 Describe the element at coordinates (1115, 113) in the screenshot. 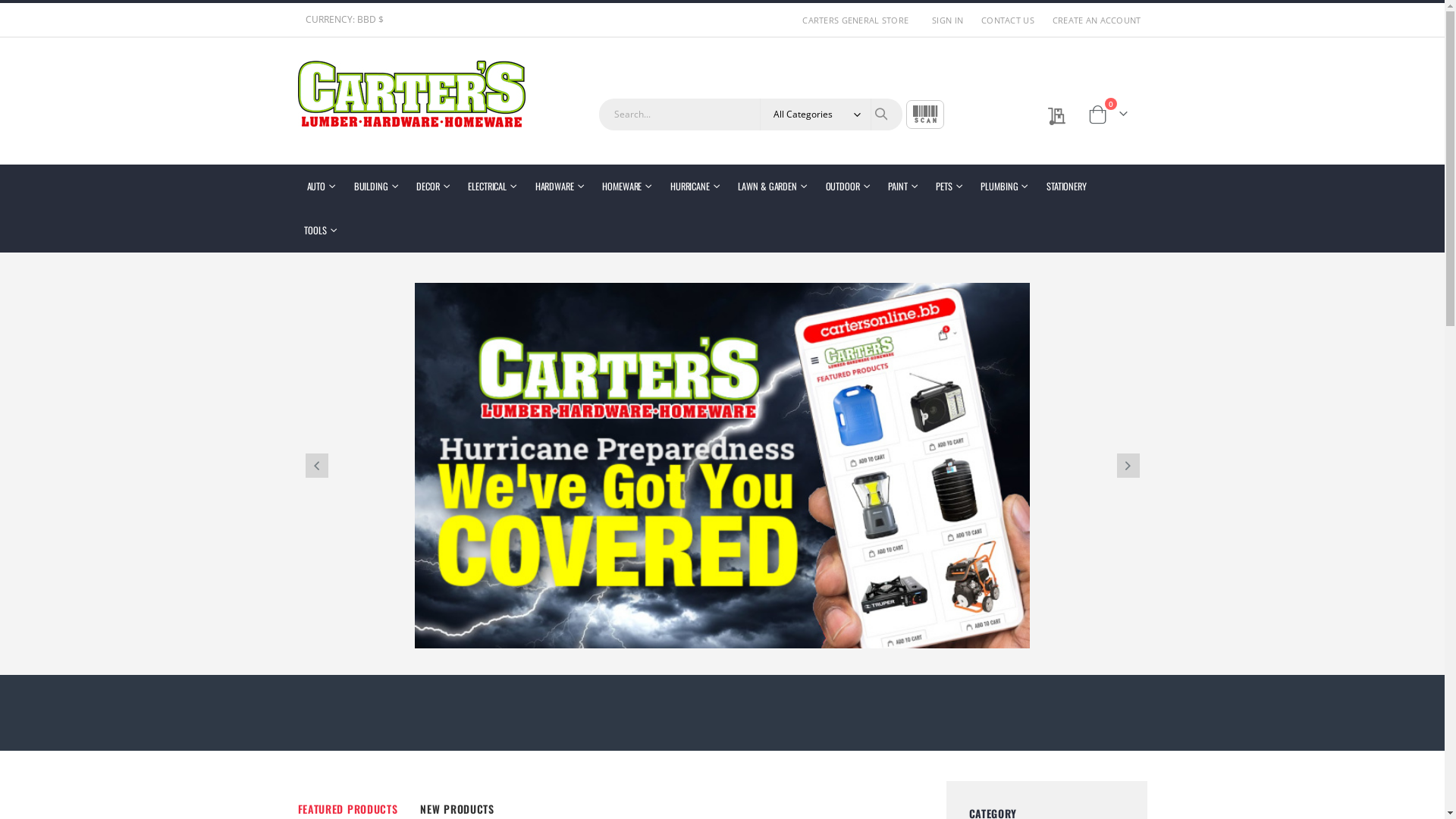

I see `'Cart` at that location.